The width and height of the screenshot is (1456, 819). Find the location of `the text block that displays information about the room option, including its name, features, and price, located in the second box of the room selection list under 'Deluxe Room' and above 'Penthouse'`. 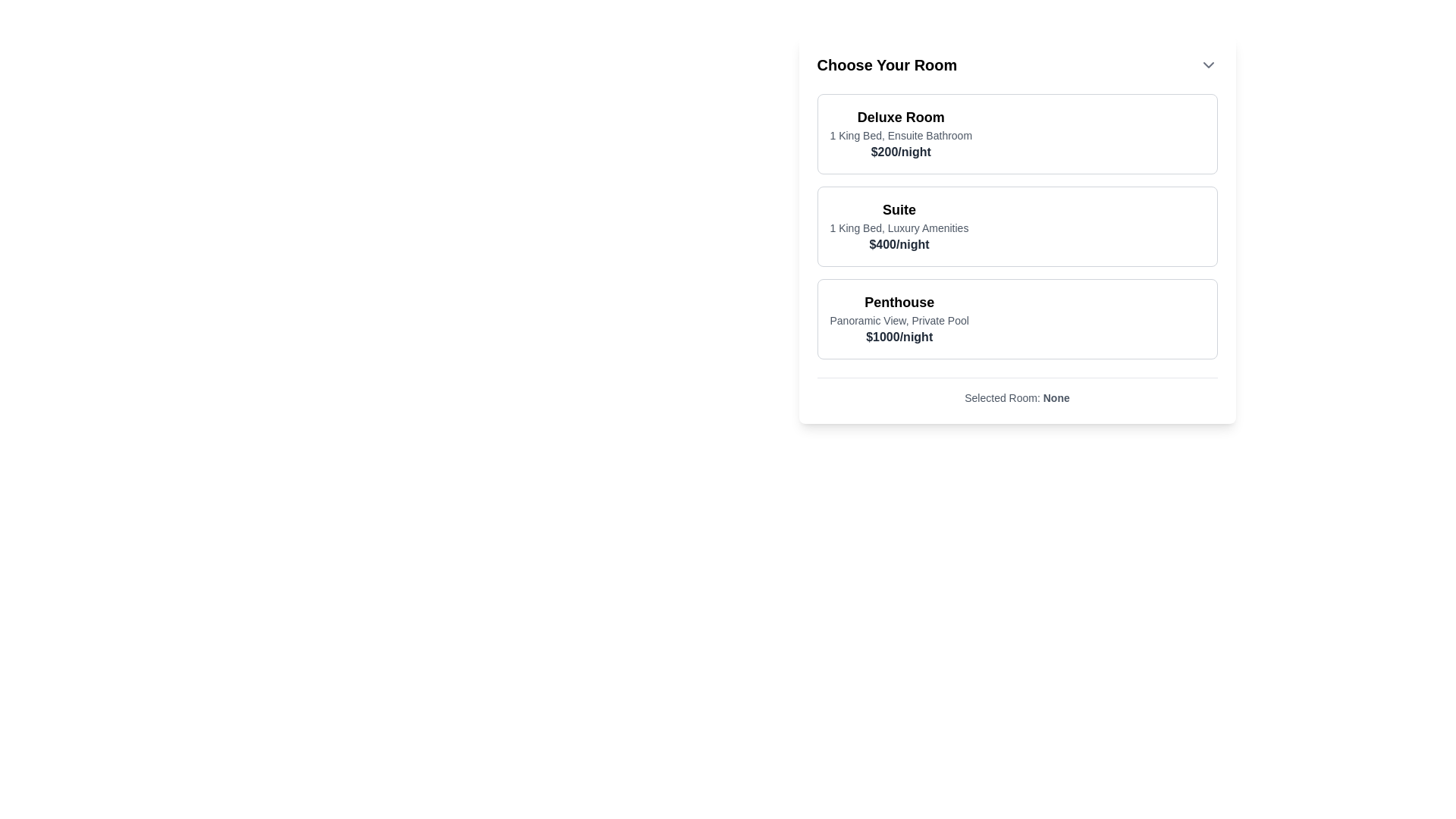

the text block that displays information about the room option, including its name, features, and price, located in the second box of the room selection list under 'Deluxe Room' and above 'Penthouse' is located at coordinates (899, 227).